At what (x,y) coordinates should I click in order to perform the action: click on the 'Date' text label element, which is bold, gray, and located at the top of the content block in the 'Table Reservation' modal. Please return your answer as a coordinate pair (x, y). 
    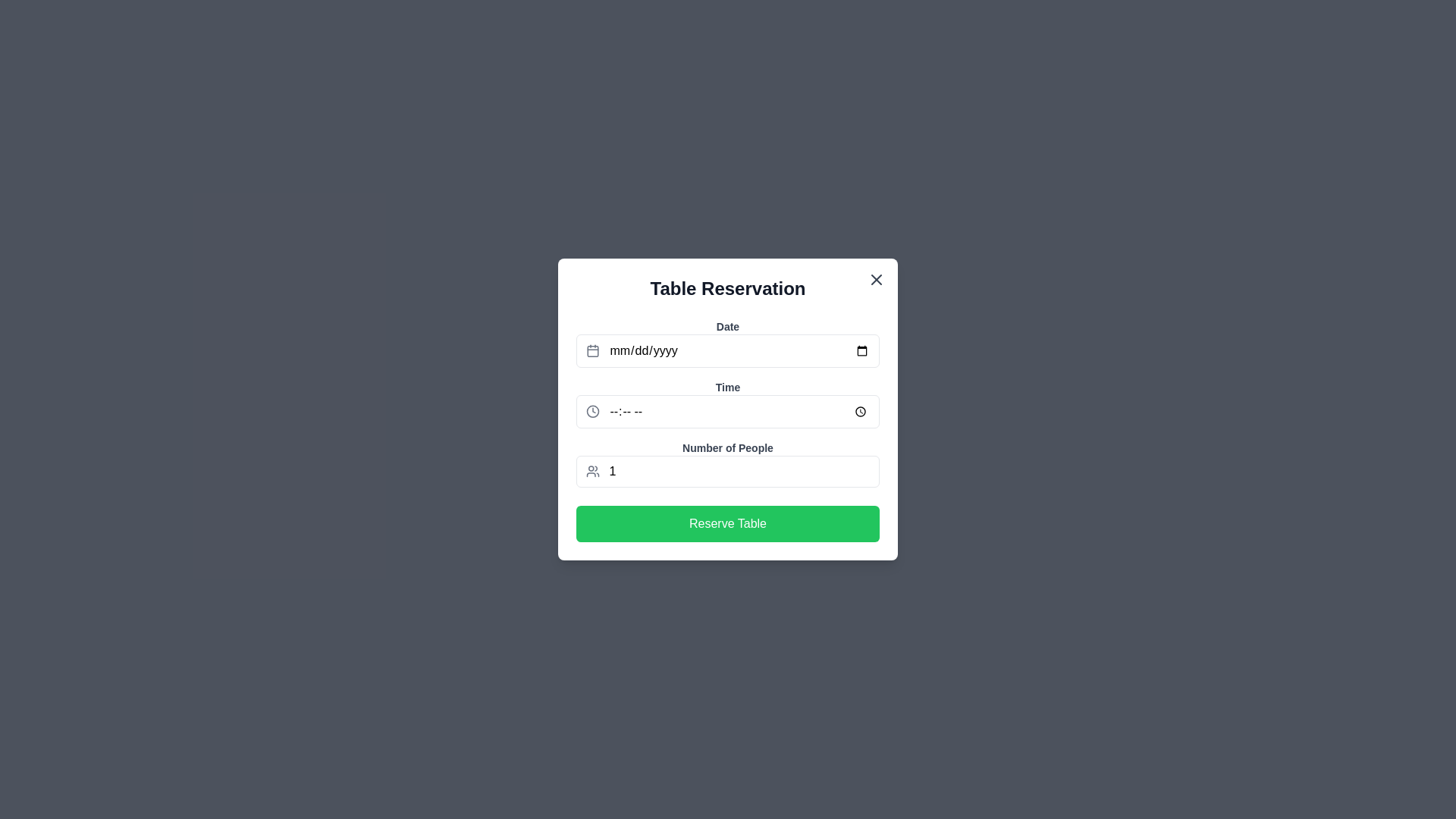
    Looking at the image, I should click on (728, 326).